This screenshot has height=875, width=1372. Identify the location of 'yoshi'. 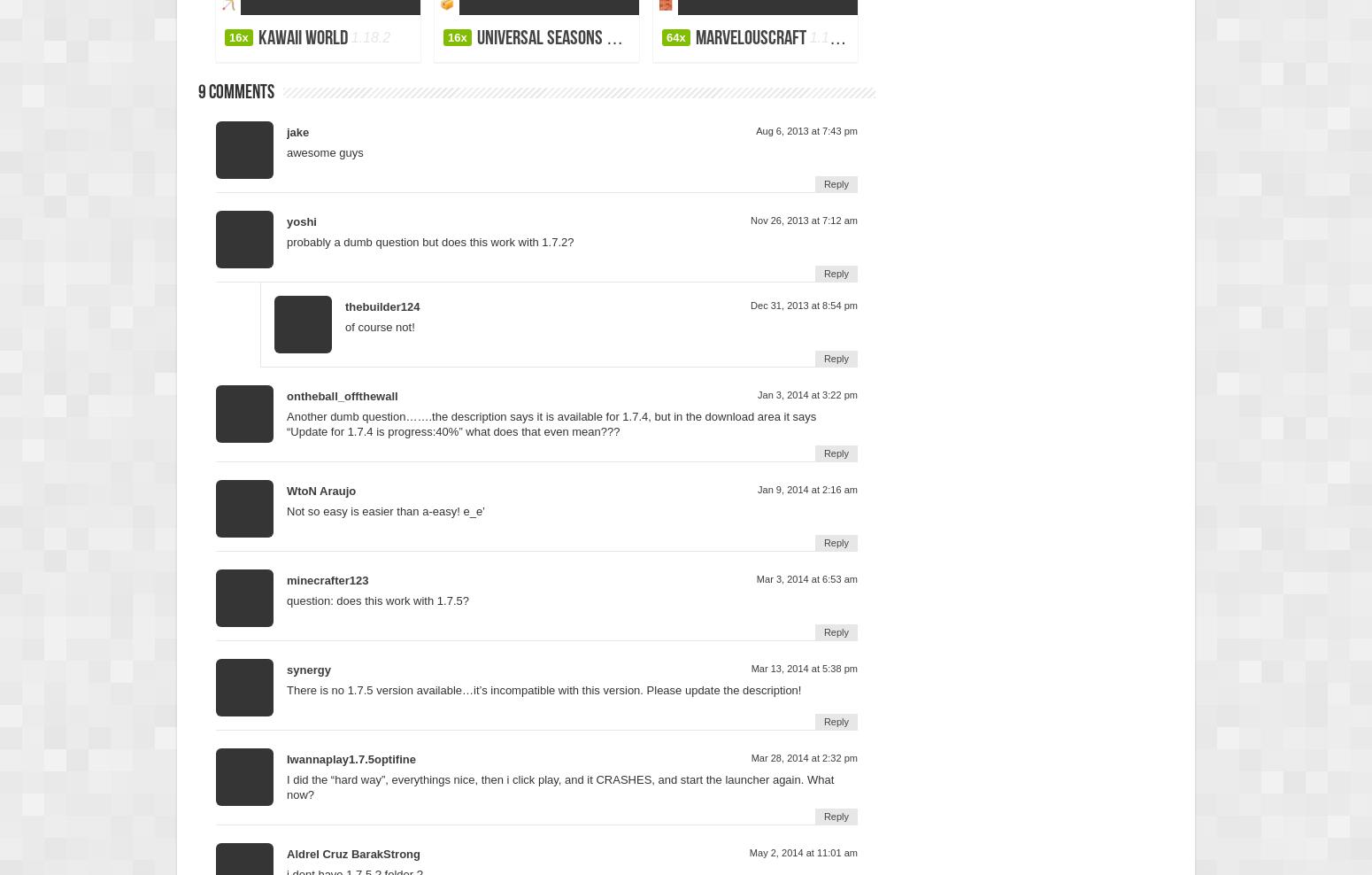
(300, 220).